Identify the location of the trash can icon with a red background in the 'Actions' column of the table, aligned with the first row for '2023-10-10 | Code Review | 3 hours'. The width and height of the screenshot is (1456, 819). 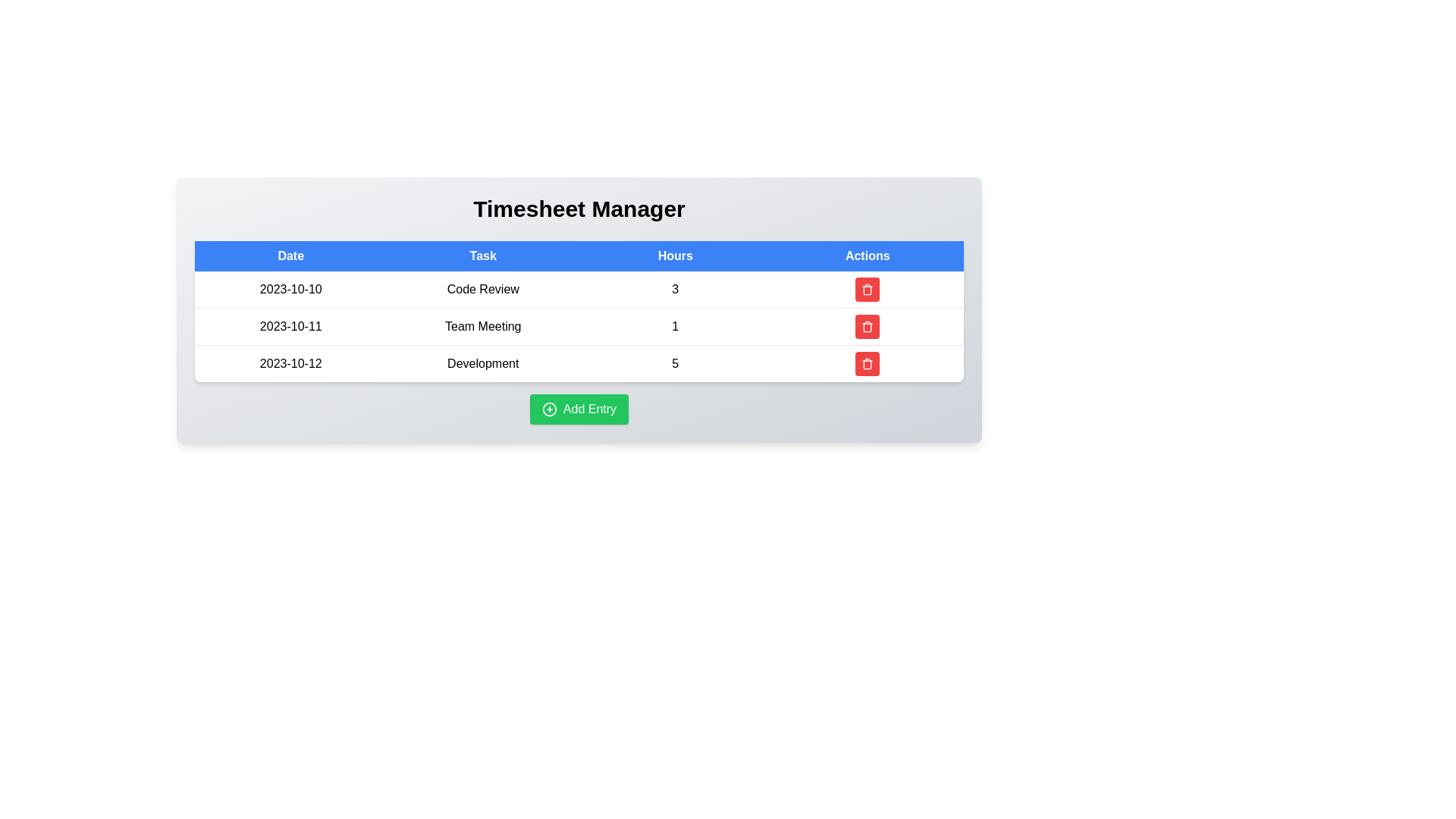
(868, 289).